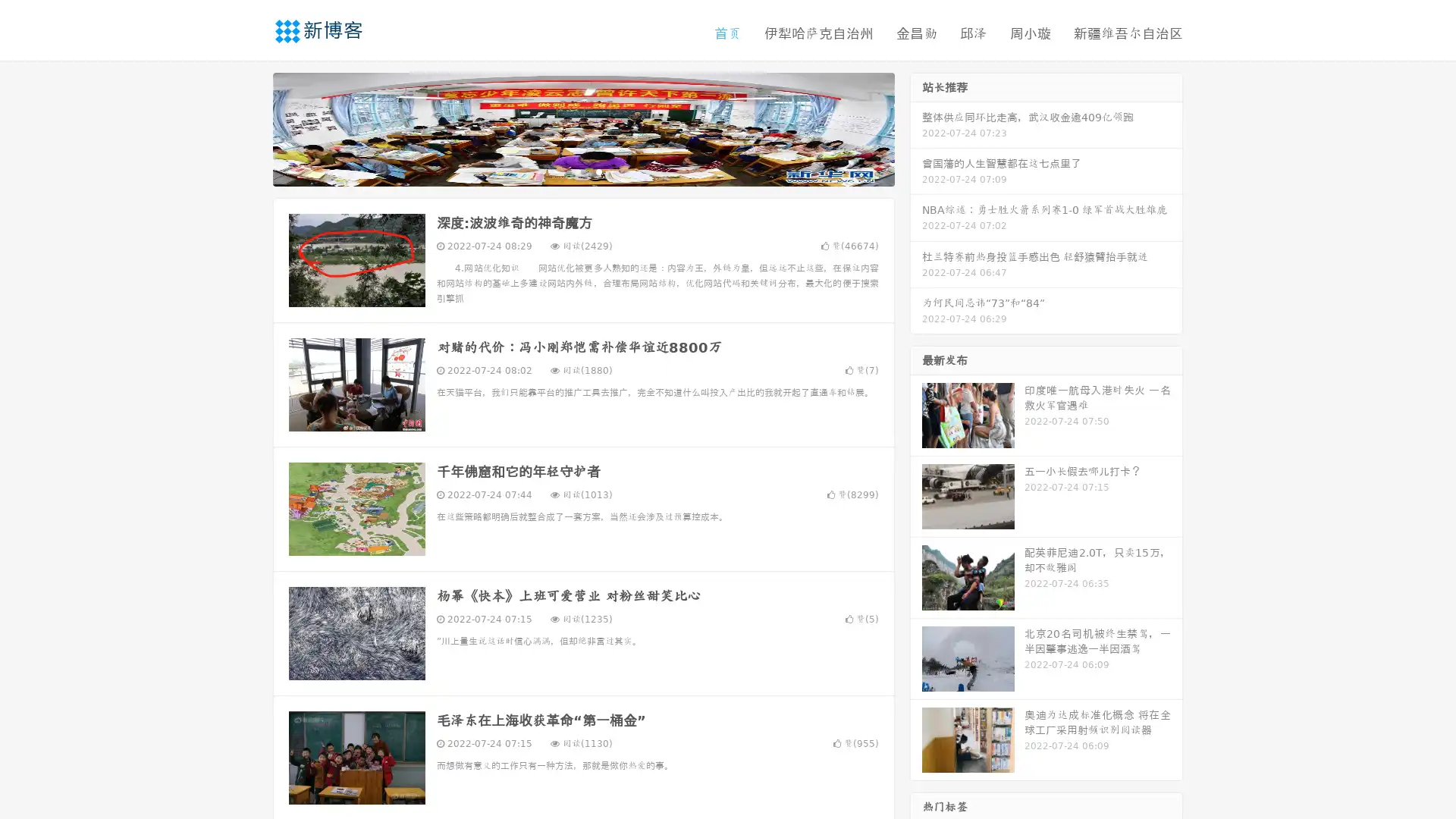  Describe the element at coordinates (567, 171) in the screenshot. I see `Go to slide 1` at that location.